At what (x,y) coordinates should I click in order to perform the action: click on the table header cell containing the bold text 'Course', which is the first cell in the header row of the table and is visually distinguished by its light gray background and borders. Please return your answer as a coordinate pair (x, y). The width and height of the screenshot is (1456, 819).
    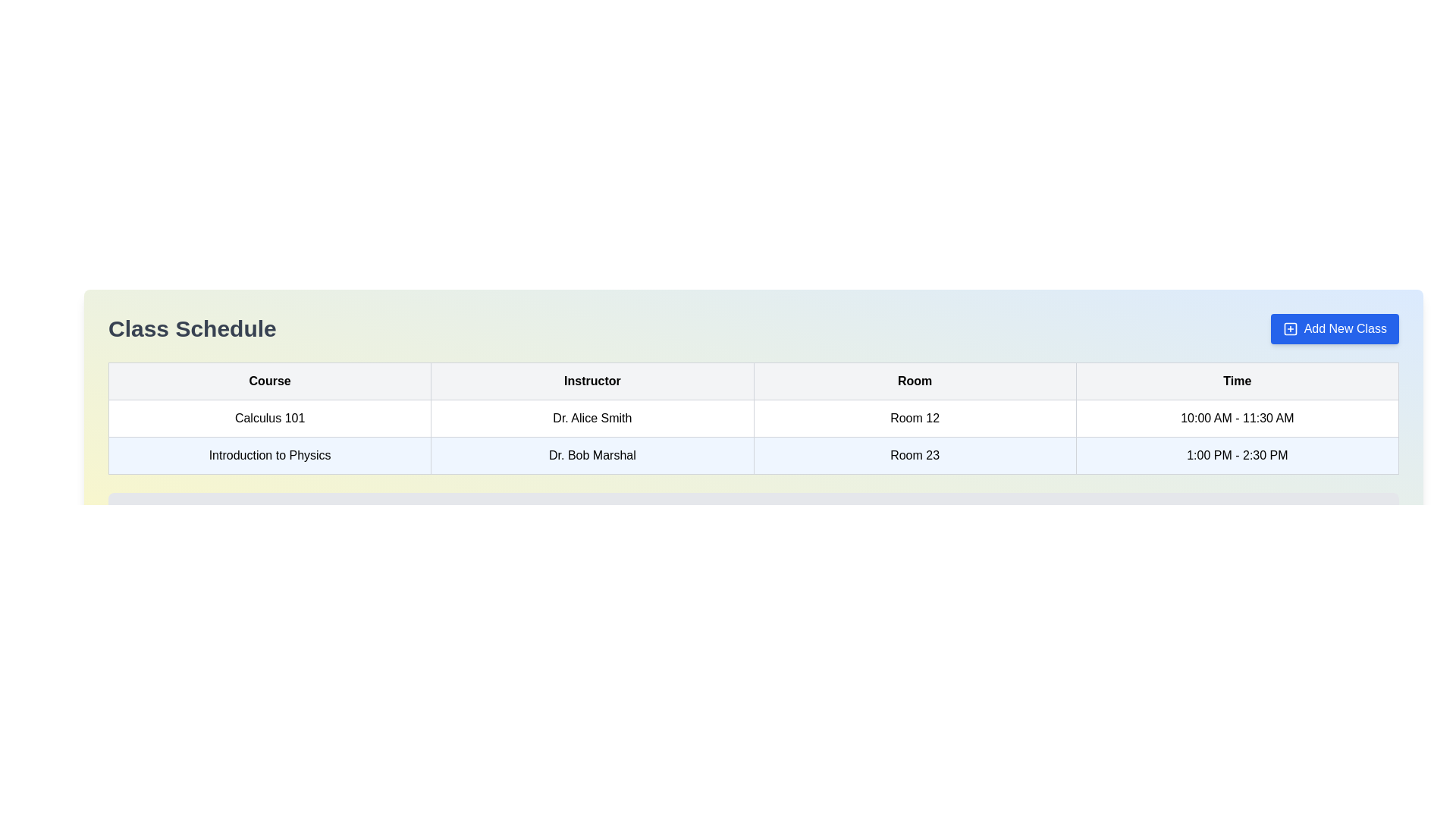
    Looking at the image, I should click on (270, 380).